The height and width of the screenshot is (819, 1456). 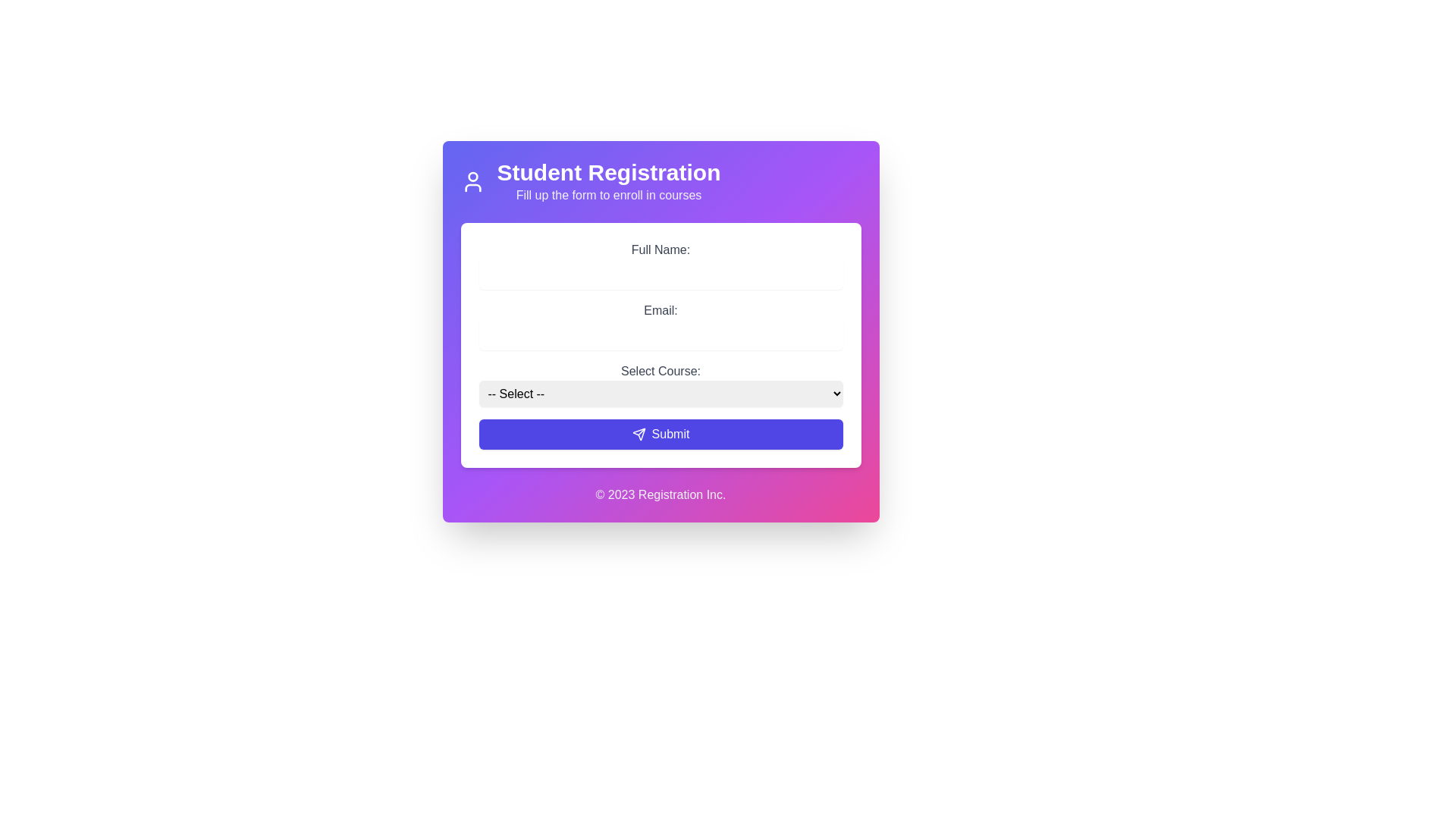 I want to click on the 'Student Registration' header text element, which is prominently displayed in large, bold white font on a purple background at the top of the registration form card, so click(x=608, y=171).